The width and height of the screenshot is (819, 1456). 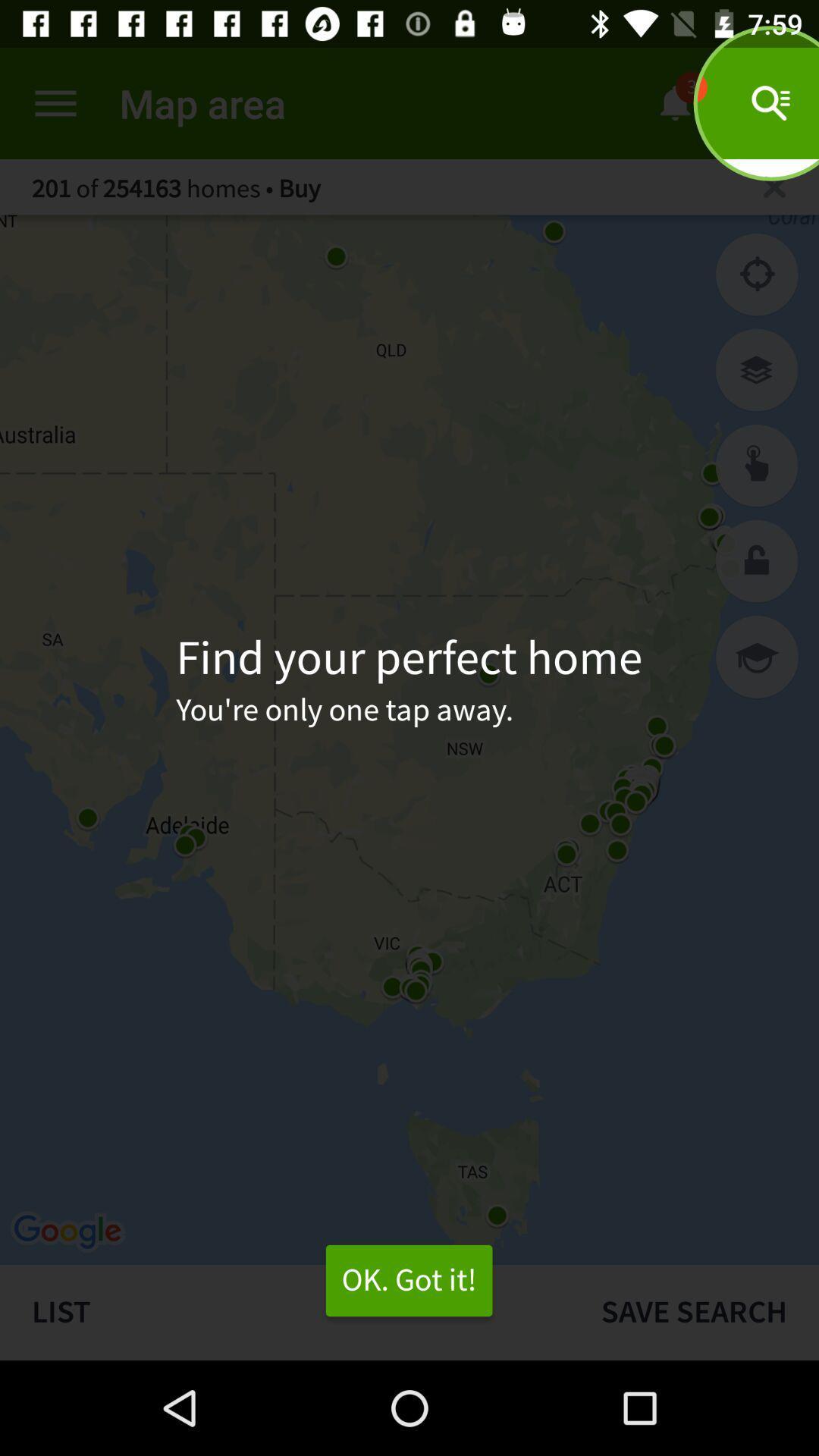 I want to click on open the menu, so click(x=55, y=102).